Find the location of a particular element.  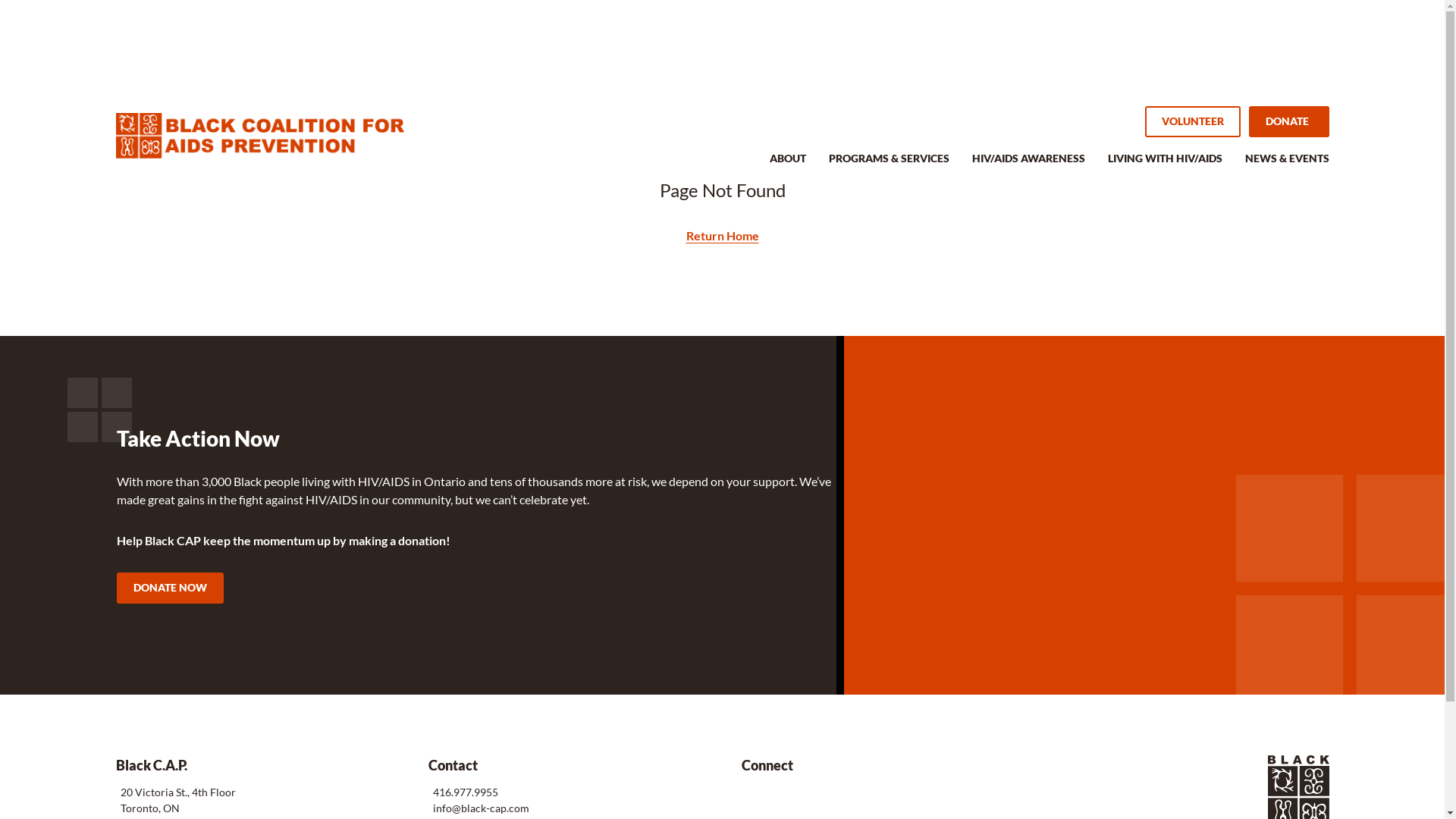

'ABOUT' is located at coordinates (768, 166).